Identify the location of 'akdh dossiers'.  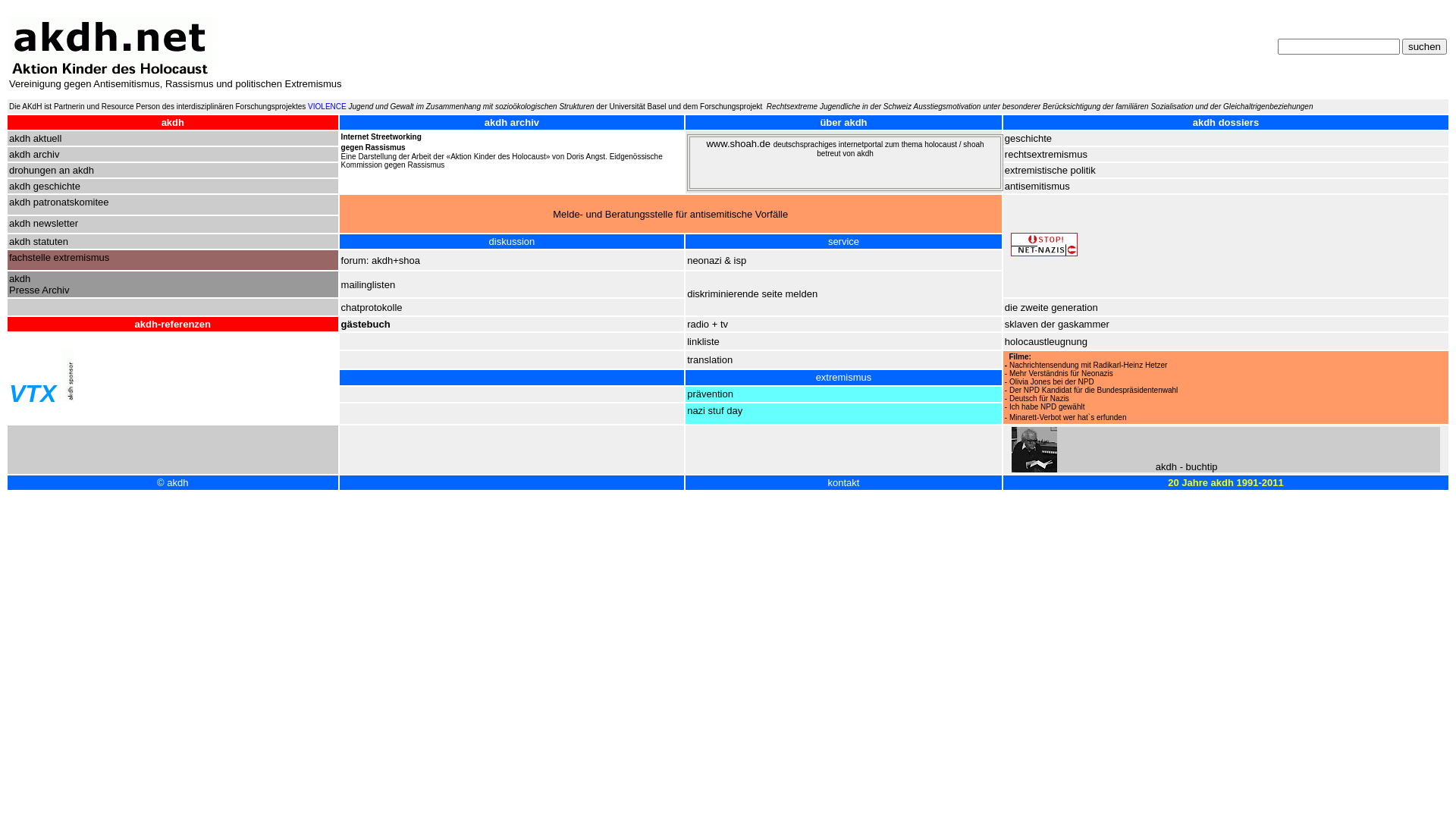
(1192, 121).